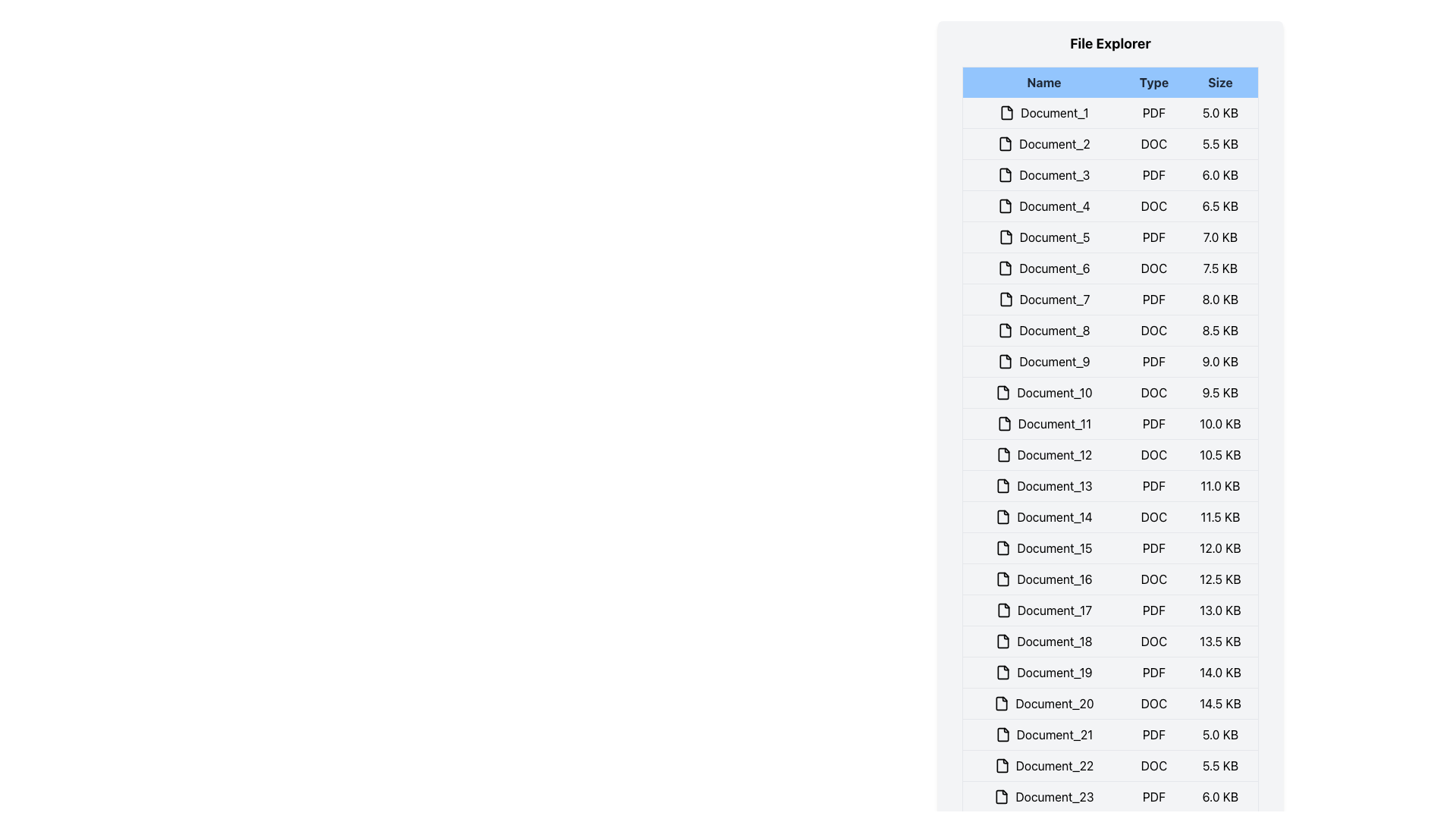  I want to click on text label 'Document_8' from the 'Name' column in the 'File Explorer' interface, which is visually represented with an icon of a document file to the left, so click(1043, 329).